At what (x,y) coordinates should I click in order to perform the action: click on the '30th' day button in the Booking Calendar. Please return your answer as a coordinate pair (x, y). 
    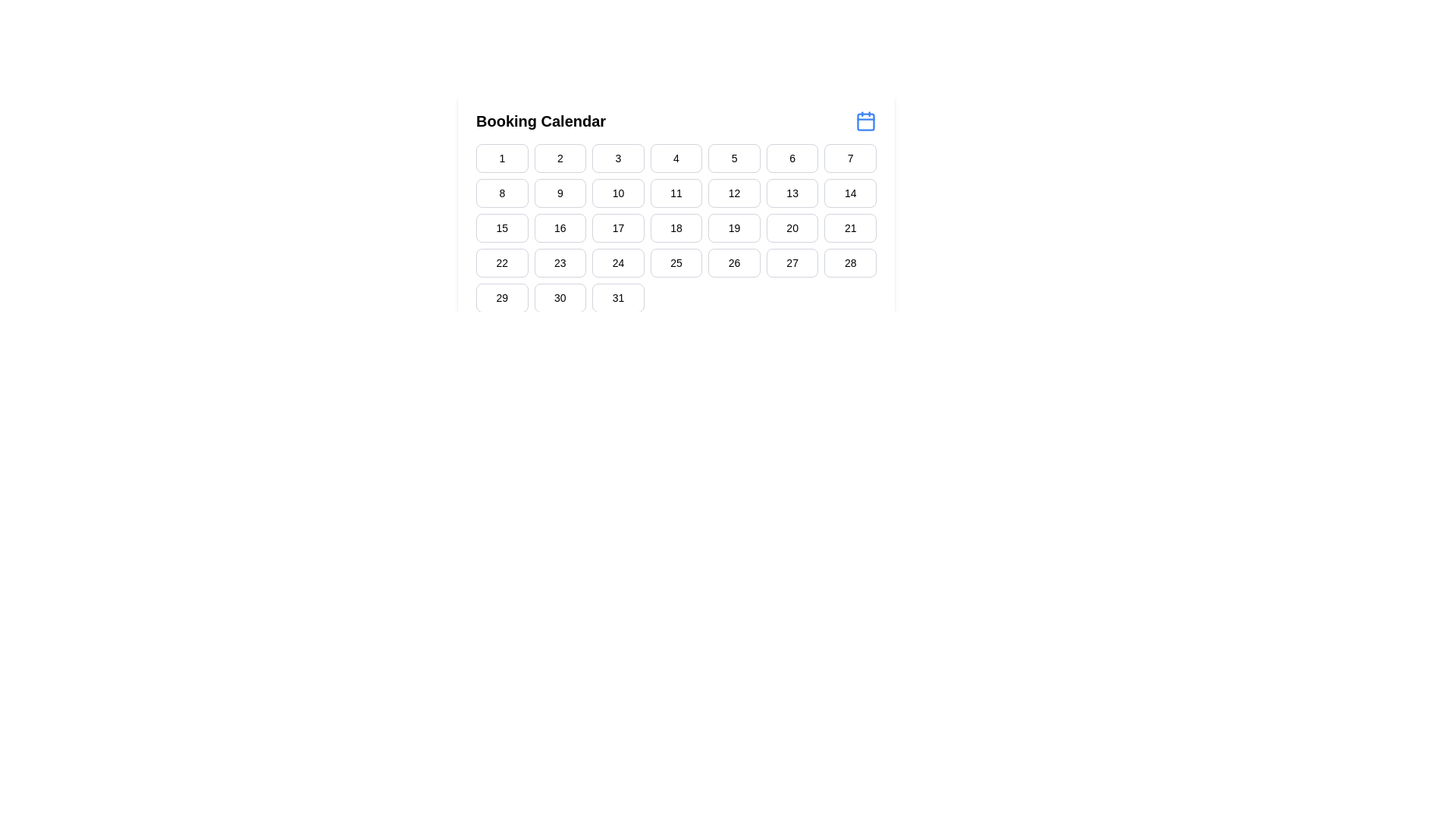
    Looking at the image, I should click on (559, 298).